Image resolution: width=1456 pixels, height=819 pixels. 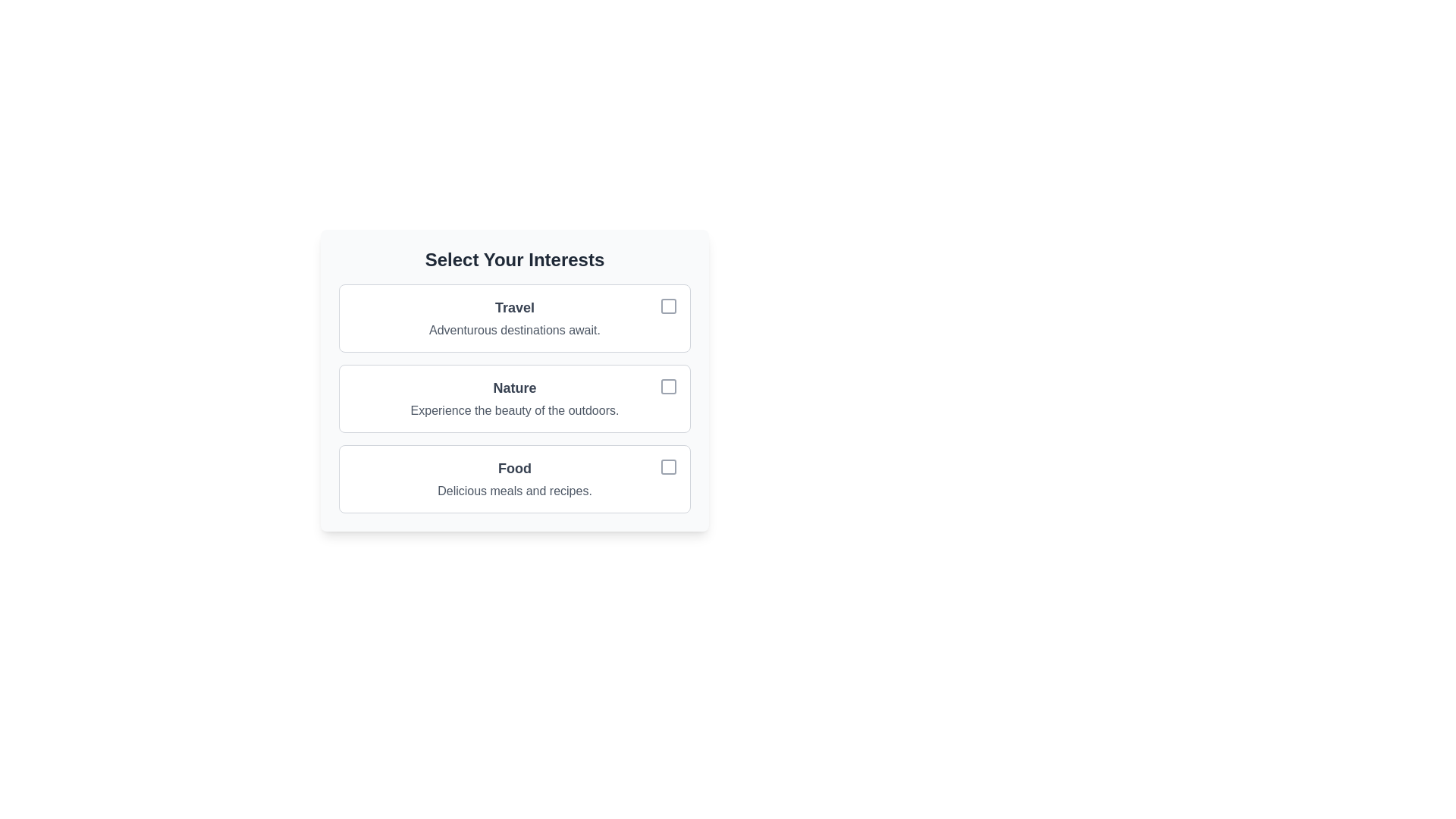 What do you see at coordinates (668, 385) in the screenshot?
I see `the small square icon with a hollow interior located in the top-right corner of the 'Nature' card, adjacent to the bold 'Nature' title` at bounding box center [668, 385].